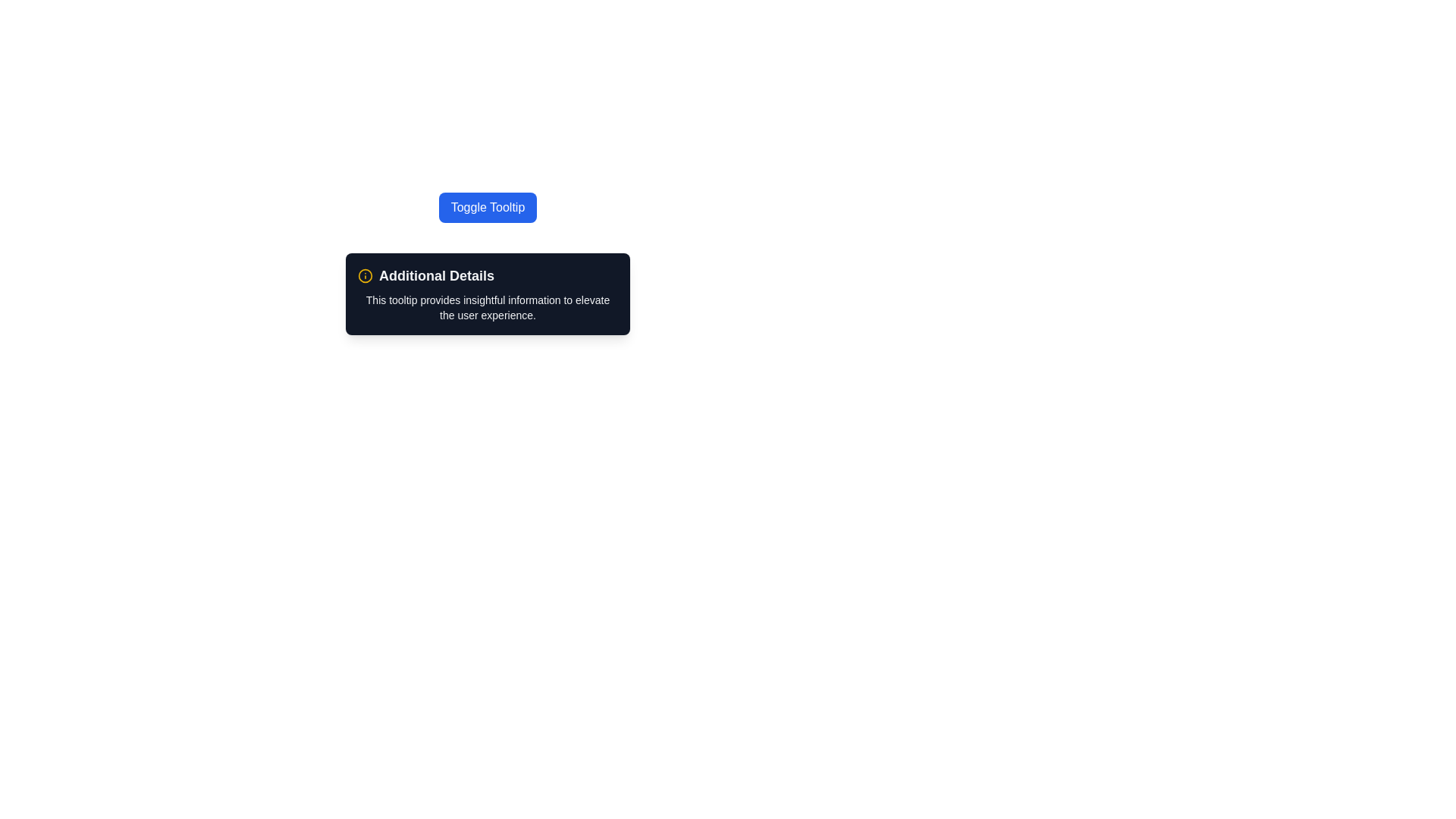 The image size is (1456, 819). What do you see at coordinates (488, 207) in the screenshot?
I see `the 'Toggle Tooltip' button, which is a blue rectangular button with white font and rounded corners` at bounding box center [488, 207].